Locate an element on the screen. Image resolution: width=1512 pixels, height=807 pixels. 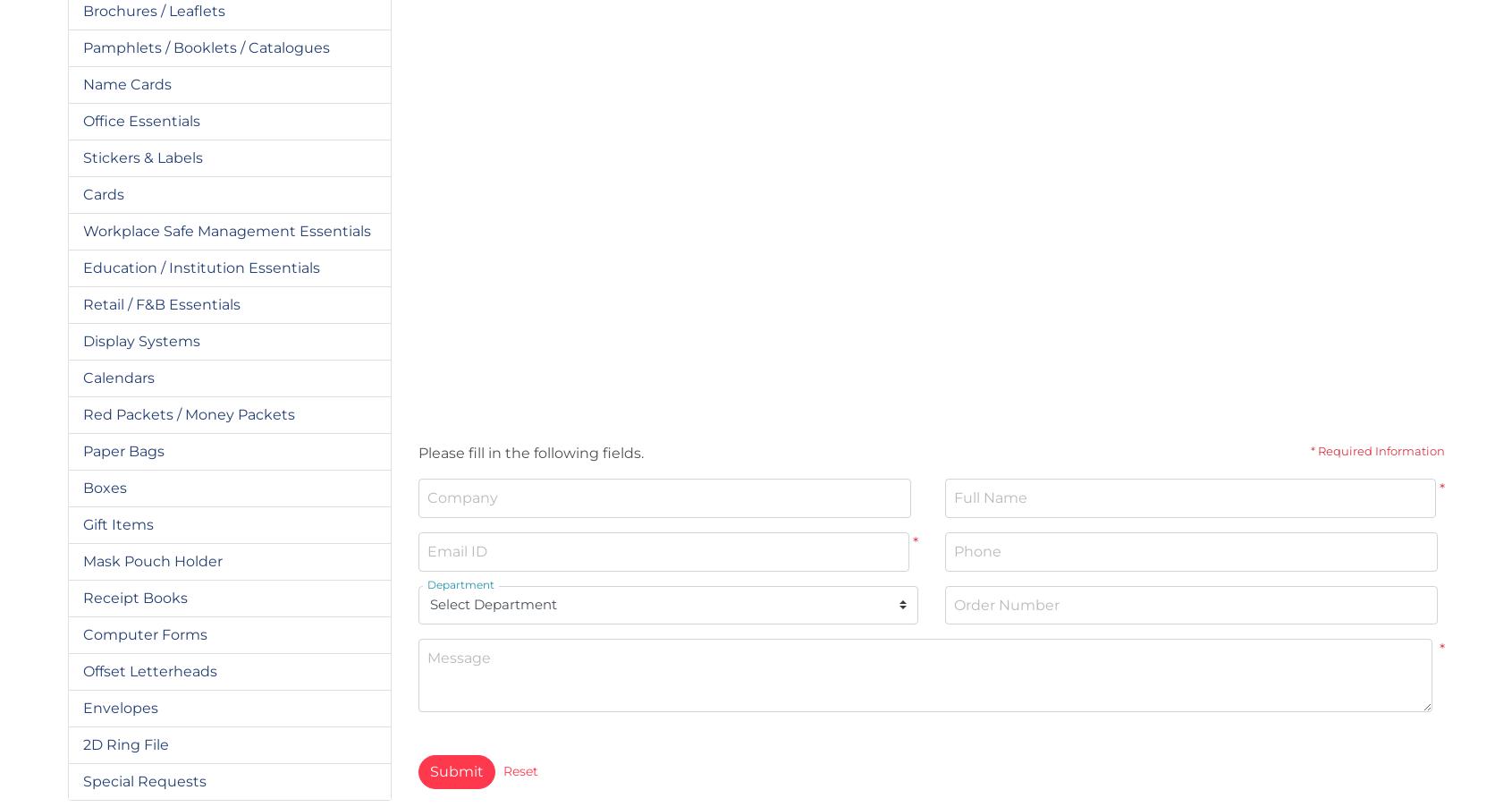
'Gift Items' is located at coordinates (117, 523).